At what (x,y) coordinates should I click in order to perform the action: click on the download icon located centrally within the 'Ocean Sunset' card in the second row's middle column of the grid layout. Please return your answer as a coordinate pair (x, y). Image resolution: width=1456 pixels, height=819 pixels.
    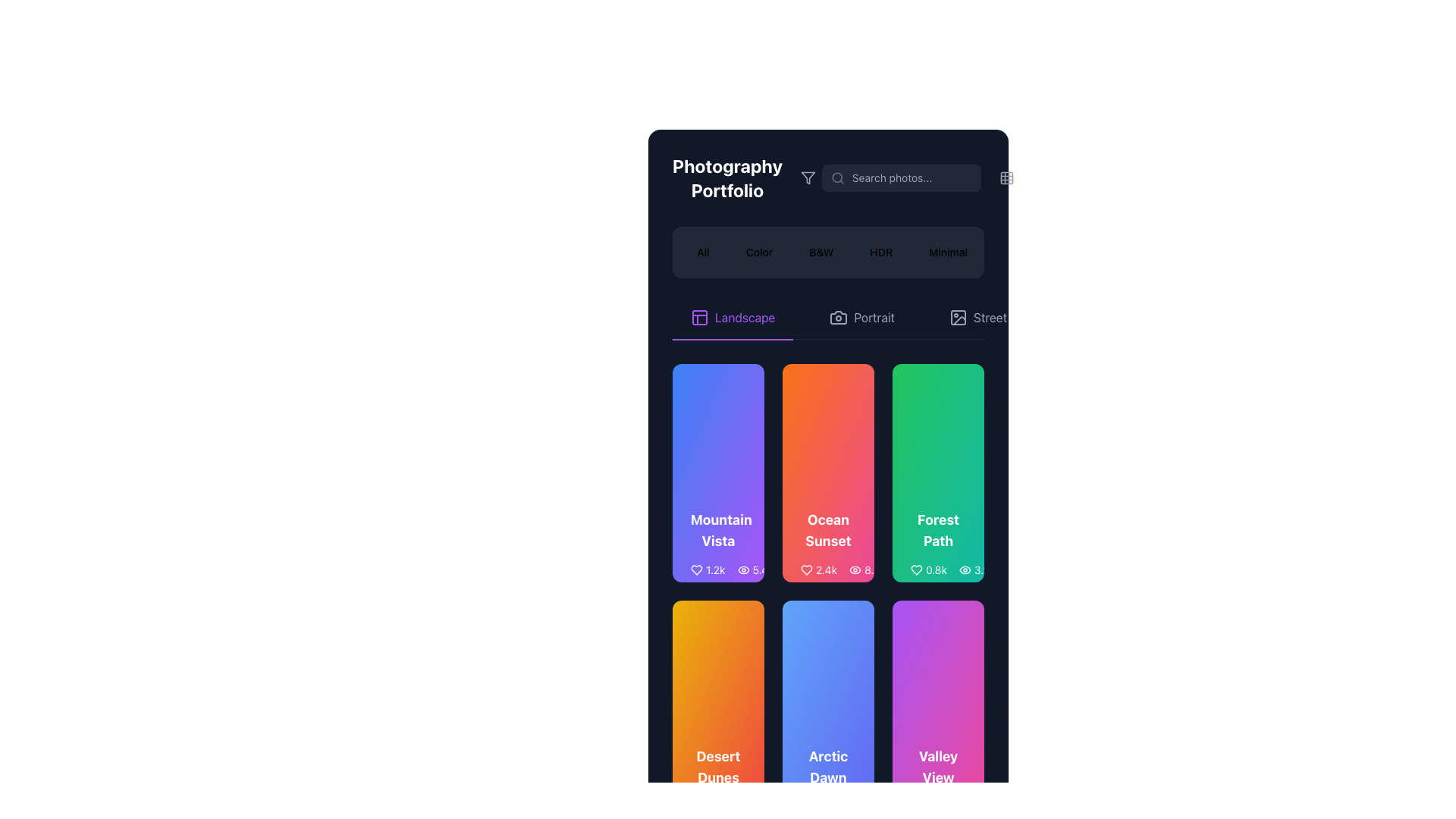
    Looking at the image, I should click on (815, 570).